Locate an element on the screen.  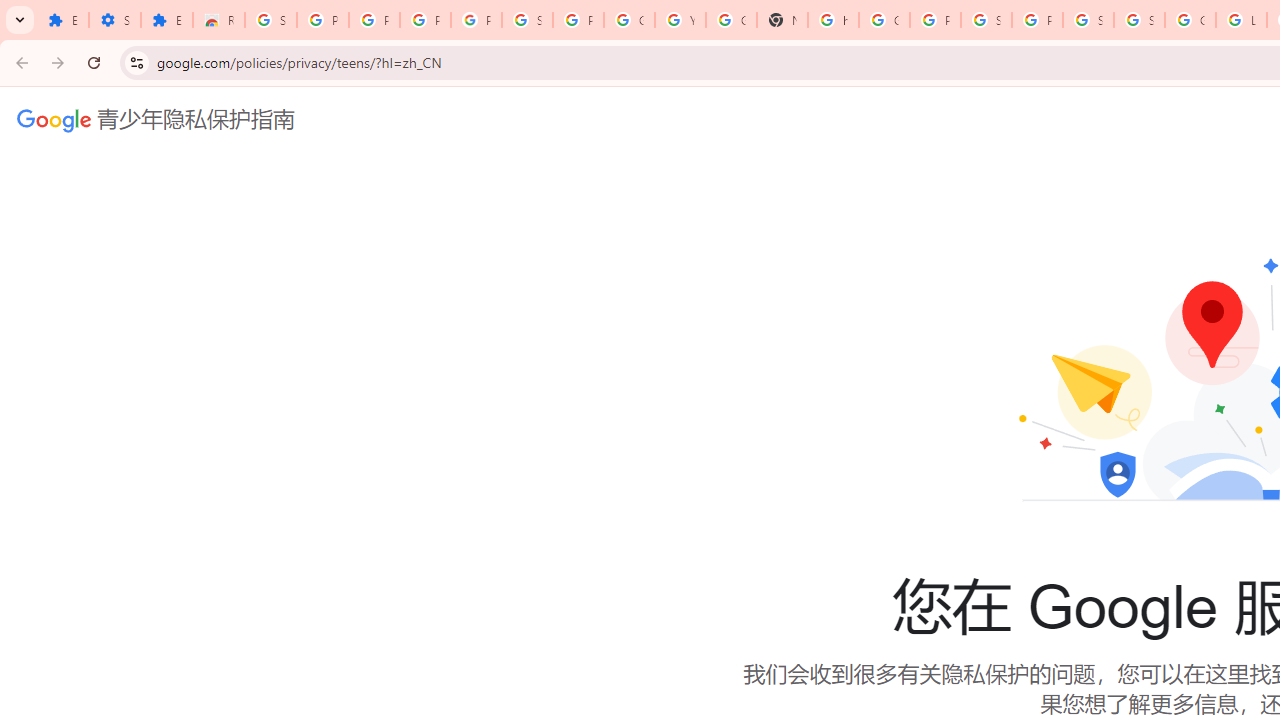
'https://scholar.google.com/' is located at coordinates (833, 20).